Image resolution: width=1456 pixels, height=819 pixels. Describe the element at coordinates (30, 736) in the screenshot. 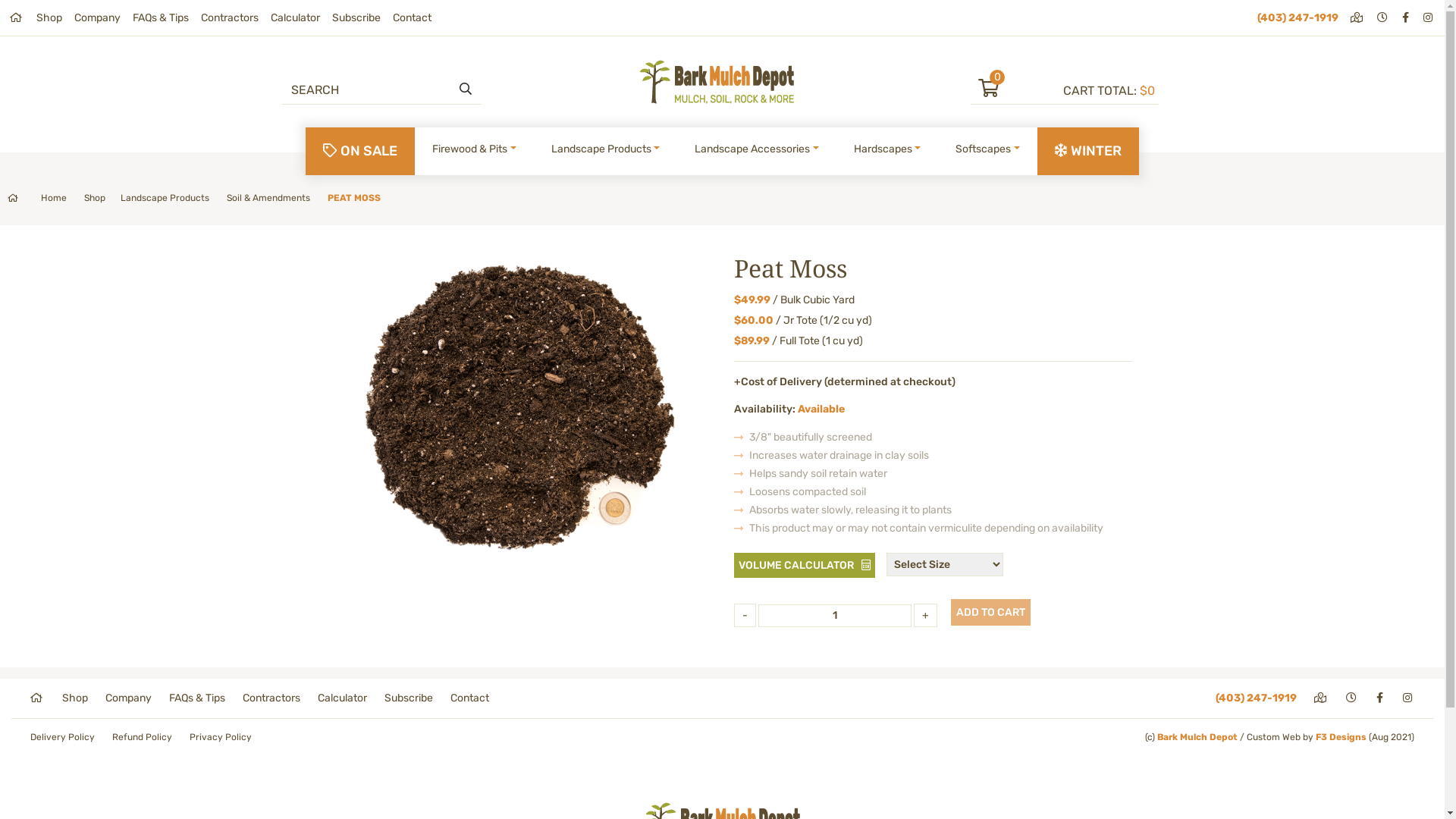

I see `'Delivery Policy'` at that location.